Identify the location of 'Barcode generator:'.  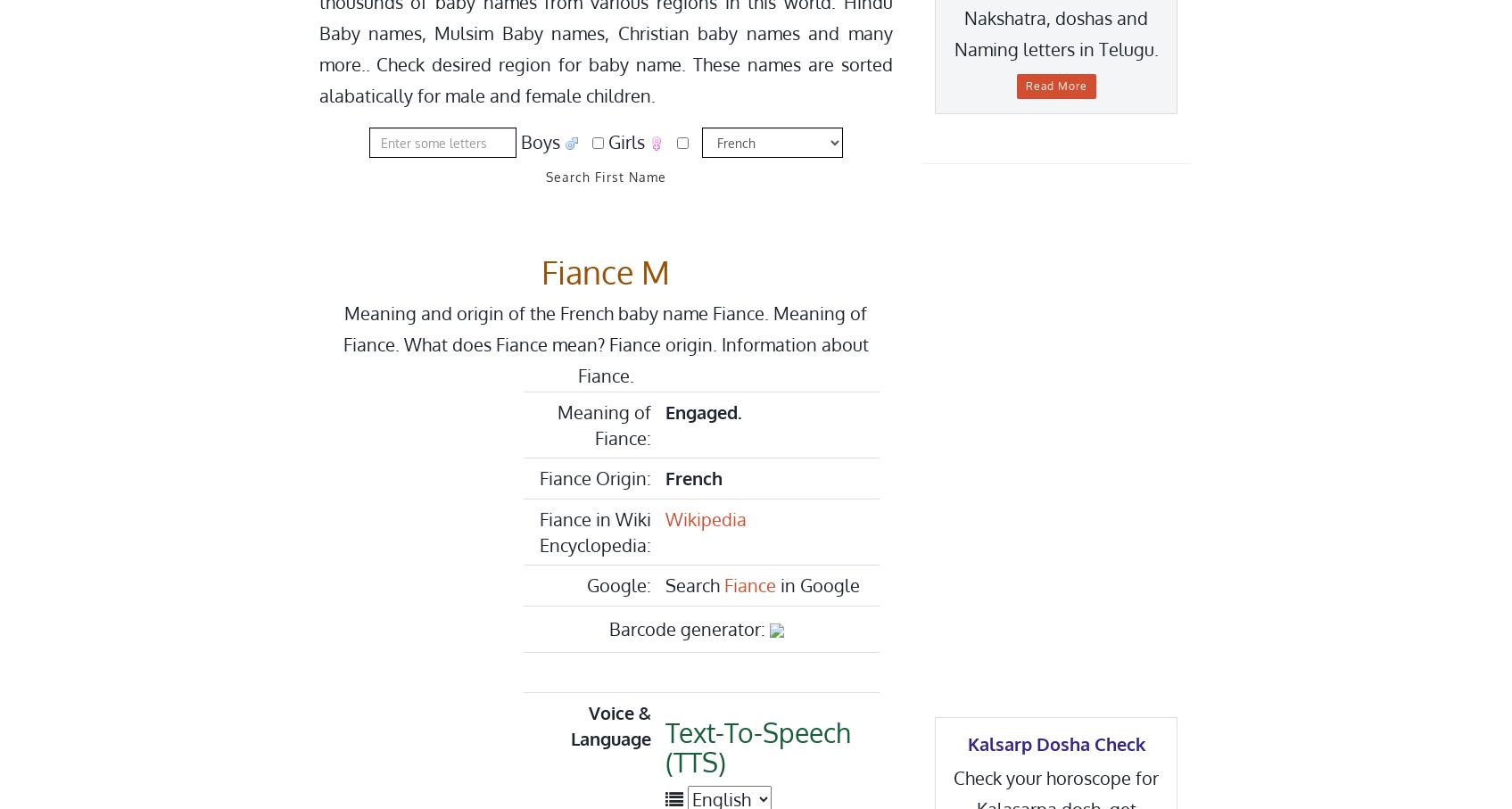
(688, 628).